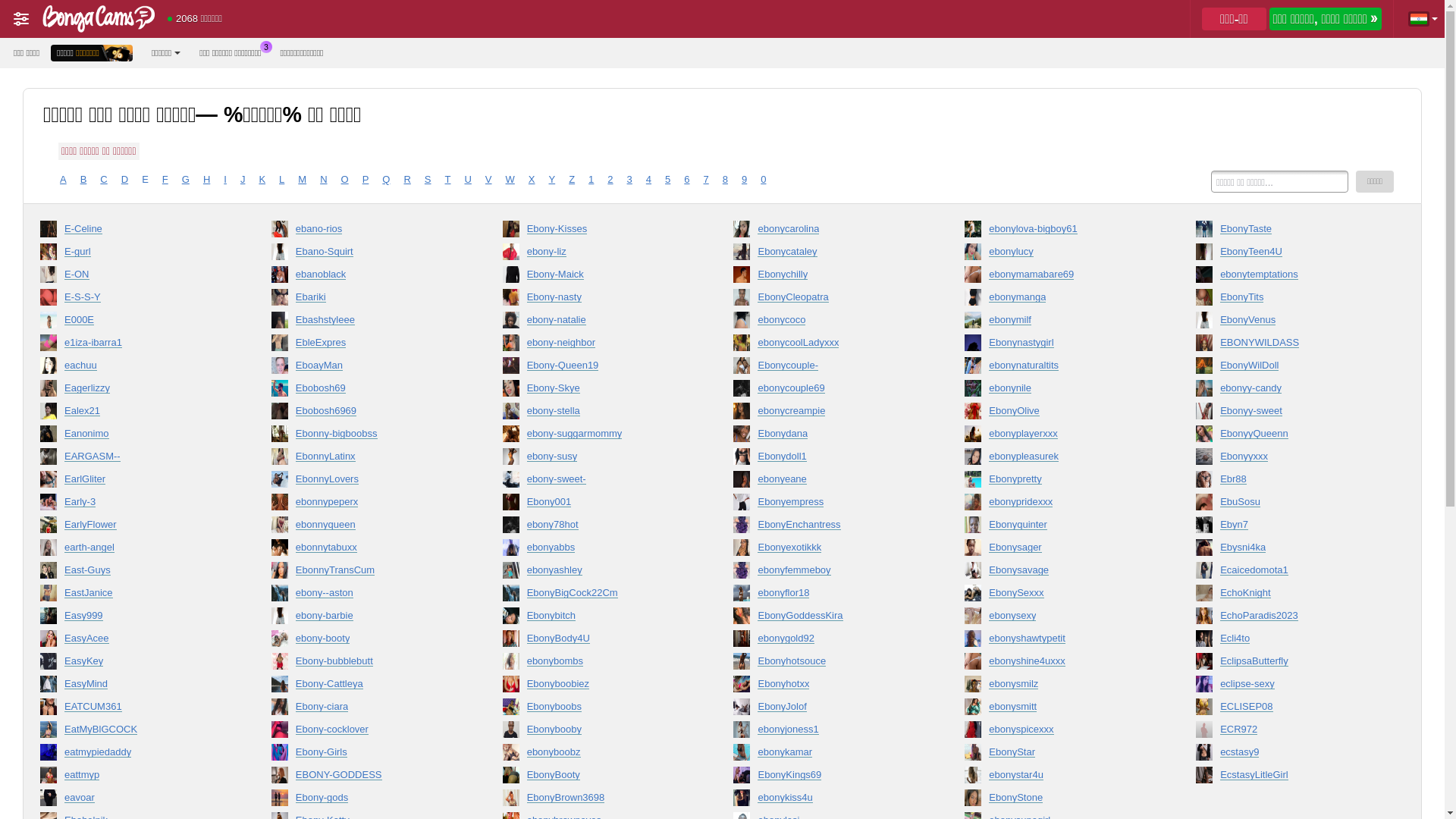 The image size is (1456, 819). What do you see at coordinates (683, 178) in the screenshot?
I see `'6'` at bounding box center [683, 178].